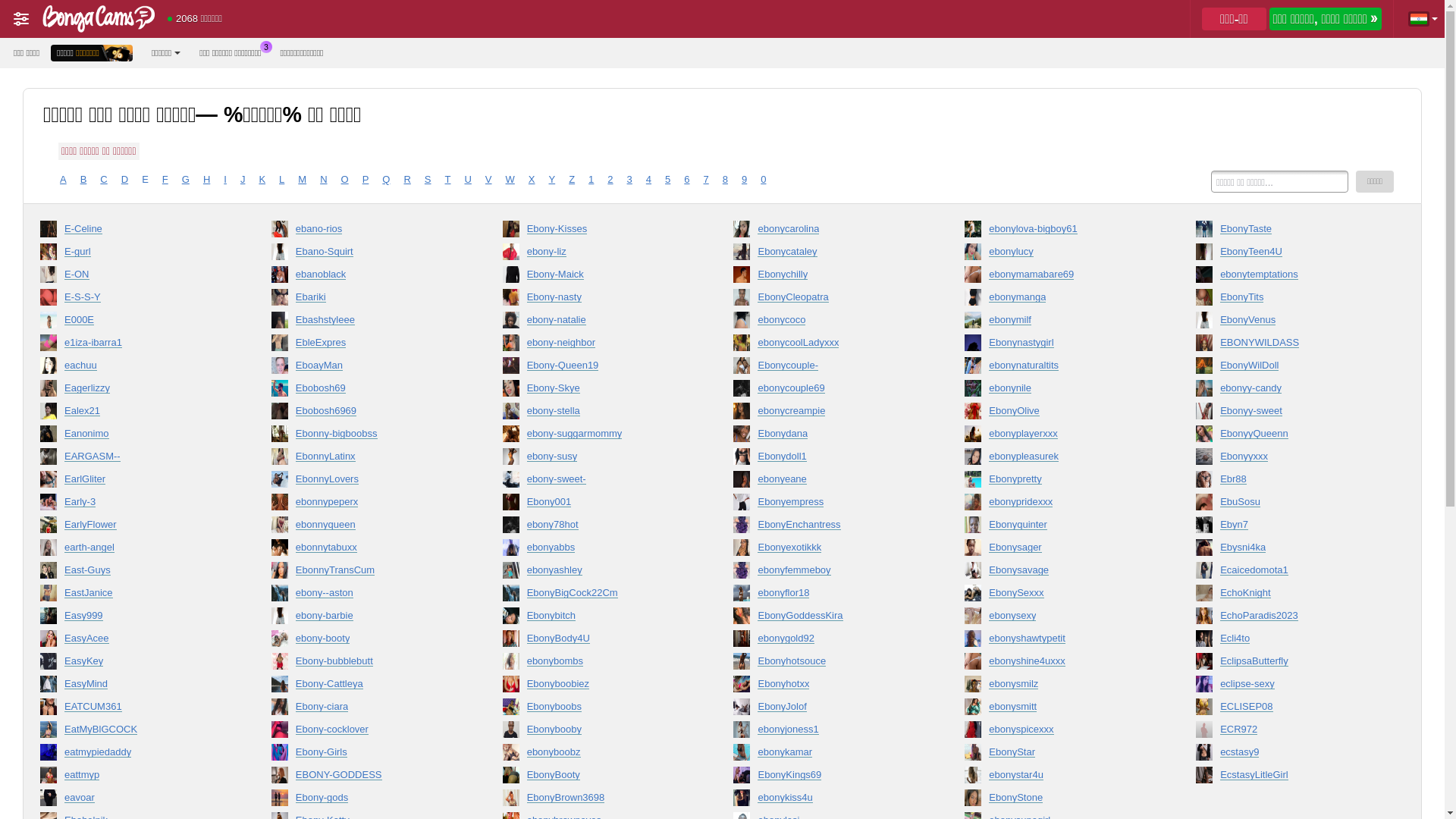 The image size is (1456, 819). What do you see at coordinates (683, 178) in the screenshot?
I see `'6'` at bounding box center [683, 178].